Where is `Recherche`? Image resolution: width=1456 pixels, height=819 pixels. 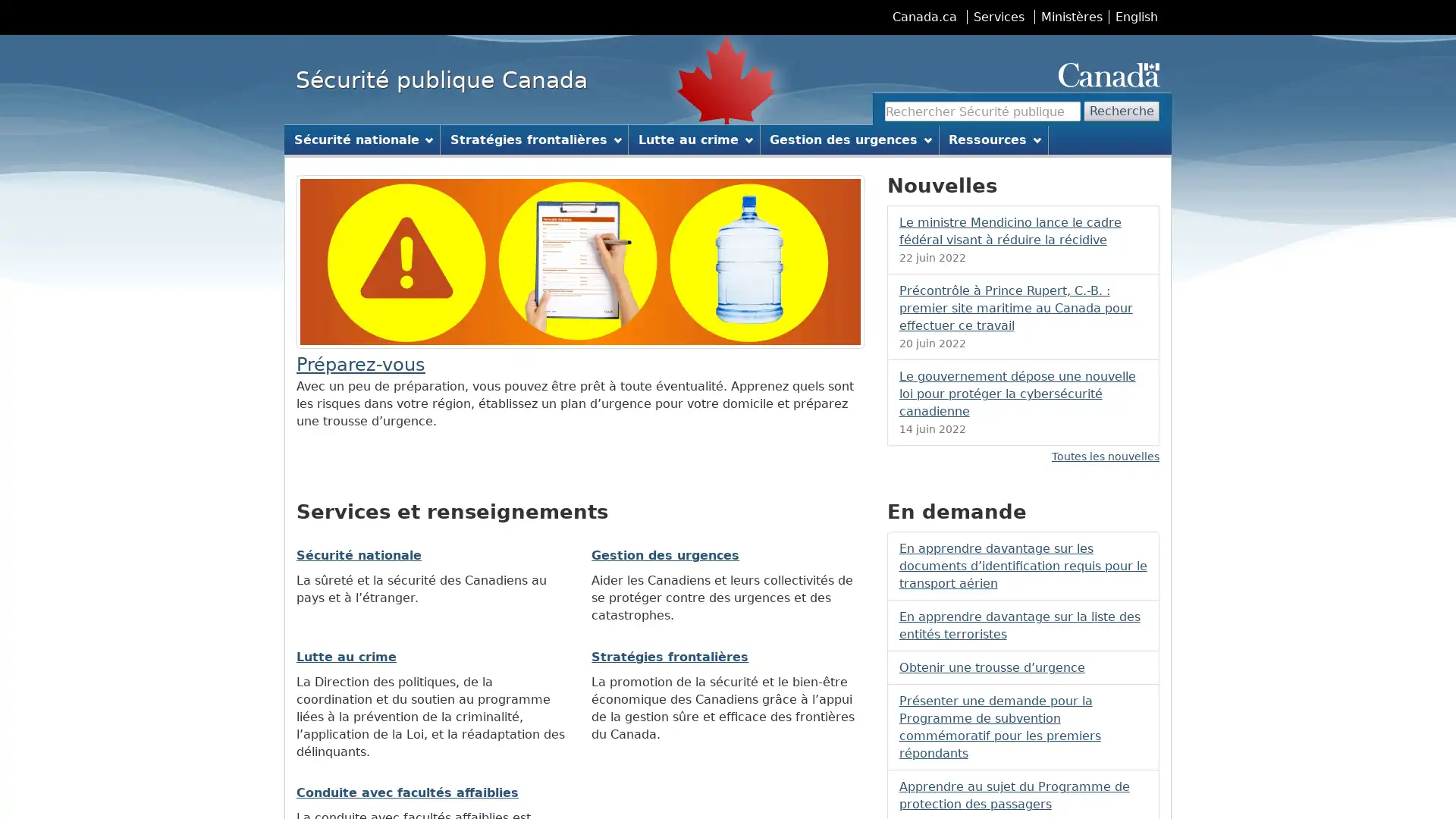 Recherche is located at coordinates (1122, 110).